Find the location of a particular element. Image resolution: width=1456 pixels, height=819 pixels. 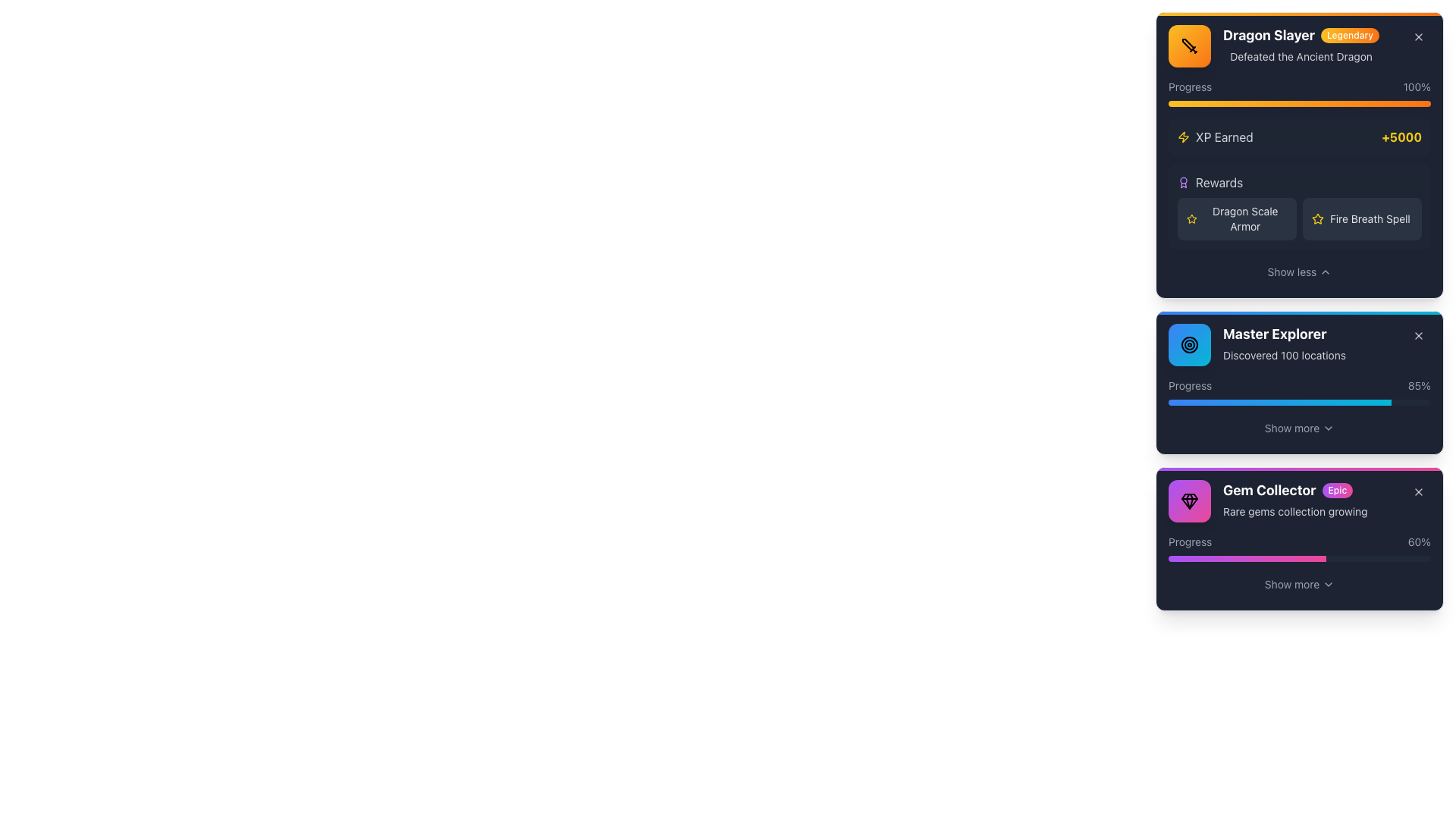

the progress value is located at coordinates (1181, 558).